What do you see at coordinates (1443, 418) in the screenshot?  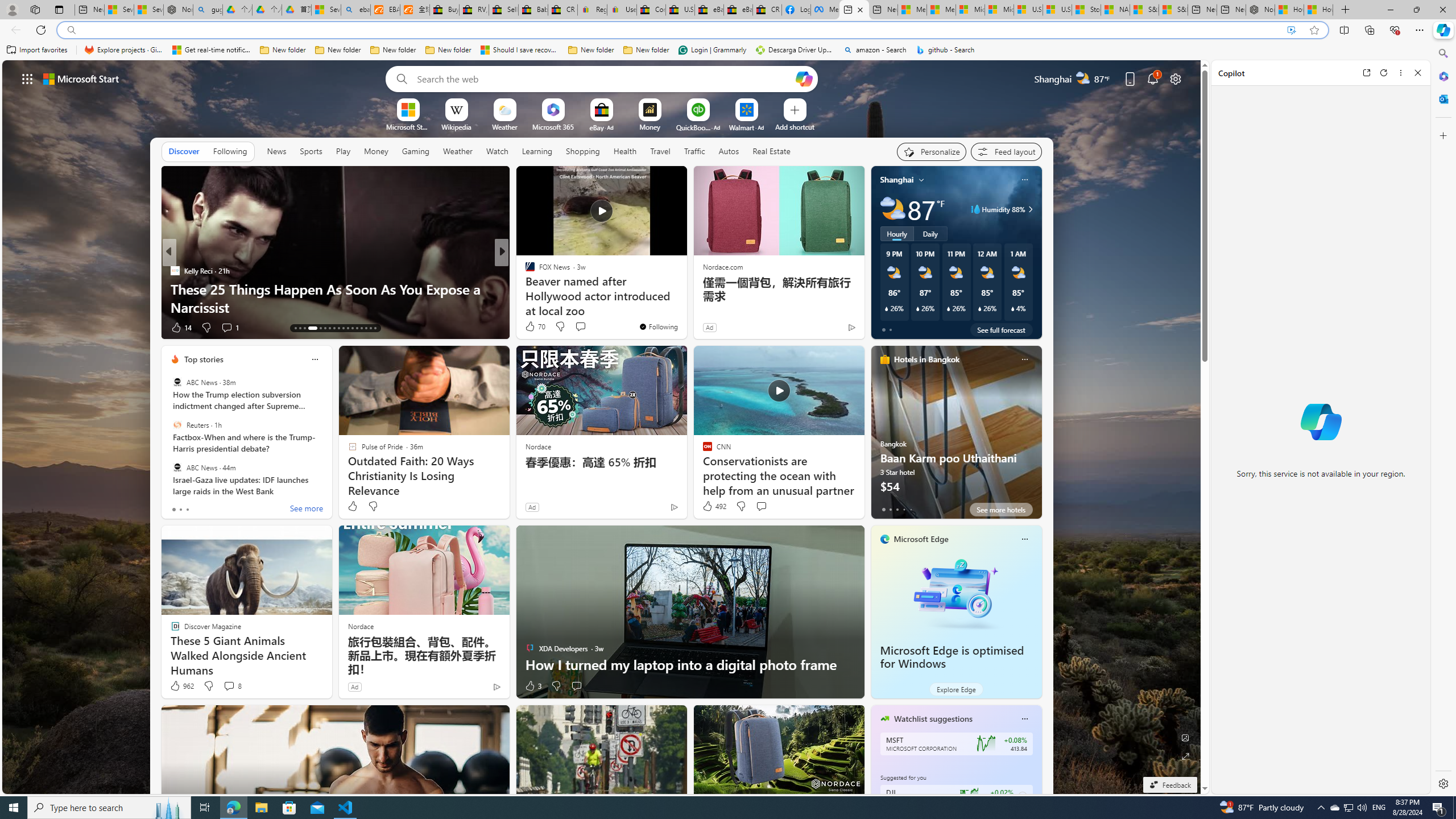 I see `'Side bar'` at bounding box center [1443, 418].